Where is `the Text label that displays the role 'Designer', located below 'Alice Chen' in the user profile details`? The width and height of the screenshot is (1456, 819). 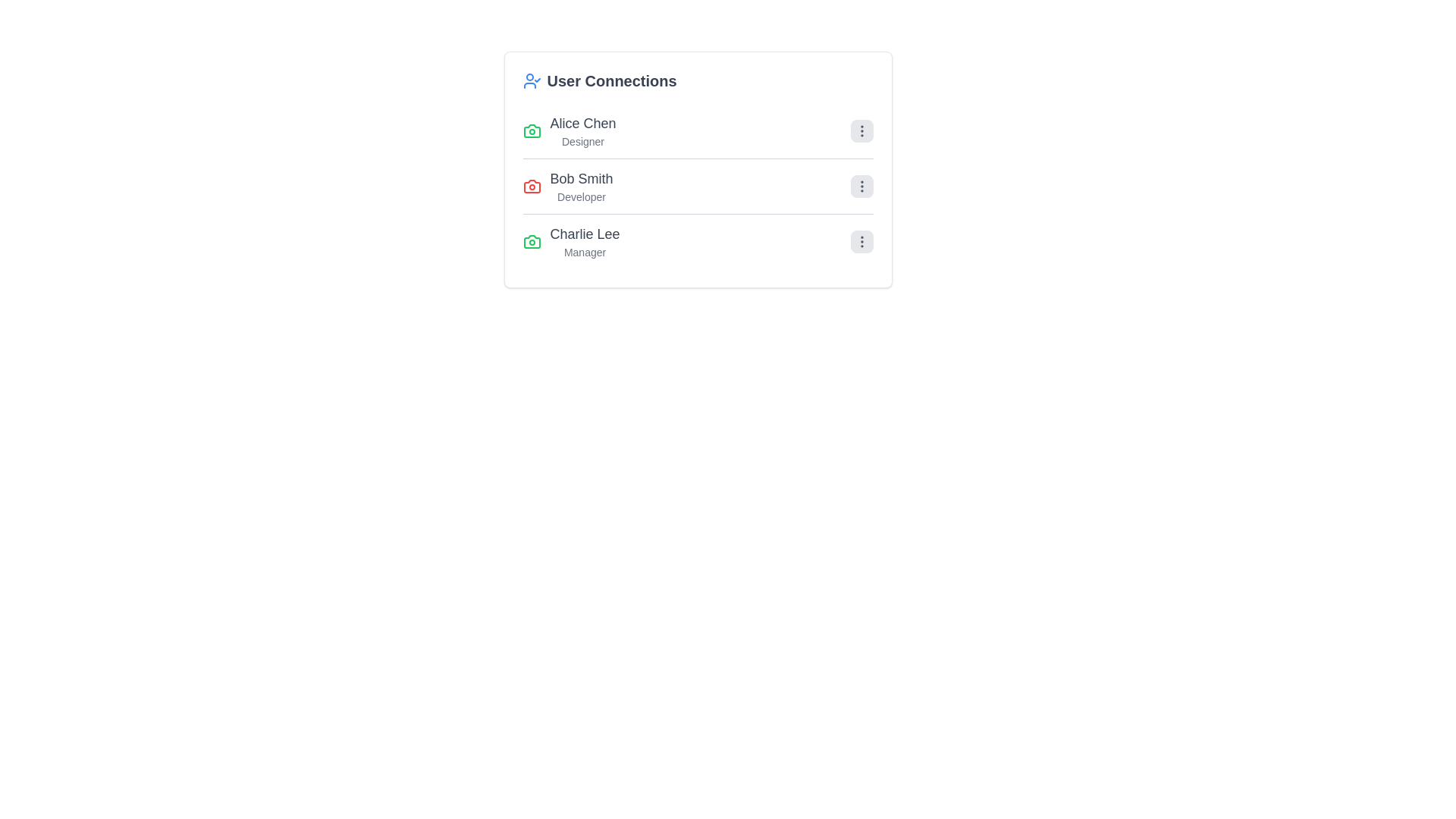
the Text label that displays the role 'Designer', located below 'Alice Chen' in the user profile details is located at coordinates (582, 141).